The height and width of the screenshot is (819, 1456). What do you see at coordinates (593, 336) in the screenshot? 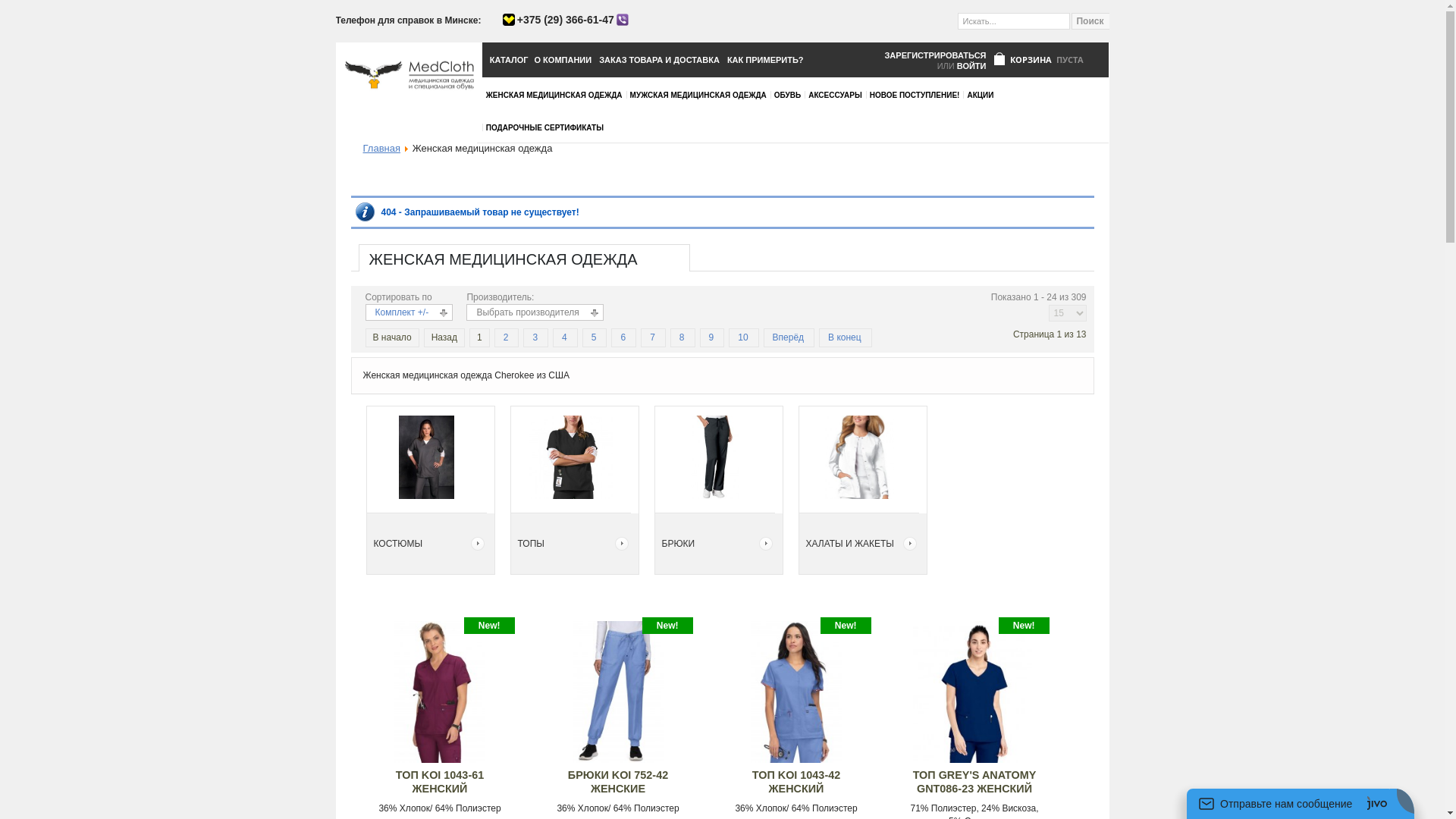
I see `'5'` at bounding box center [593, 336].